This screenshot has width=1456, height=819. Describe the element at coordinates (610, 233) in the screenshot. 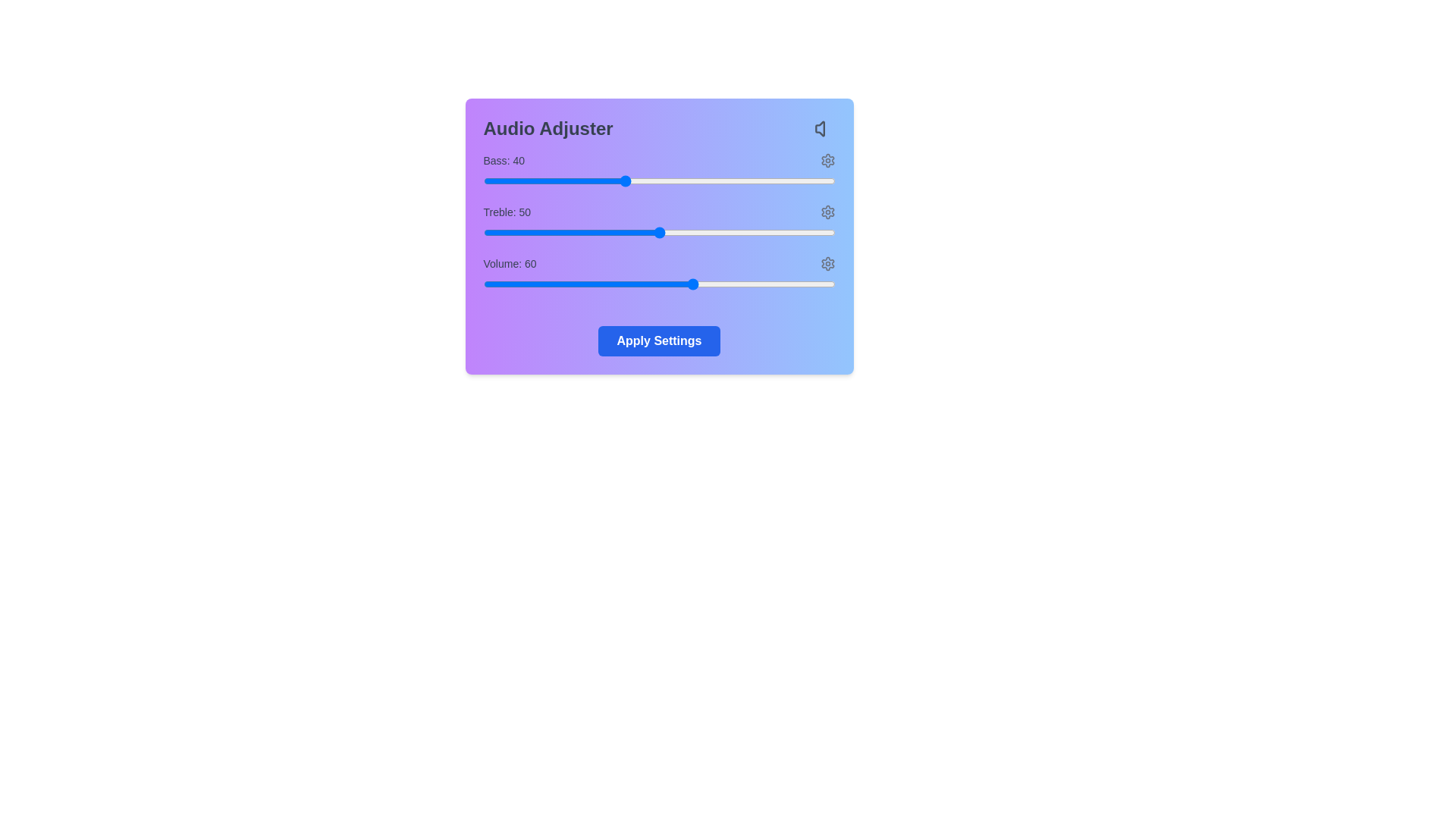

I see `the treble level` at that location.